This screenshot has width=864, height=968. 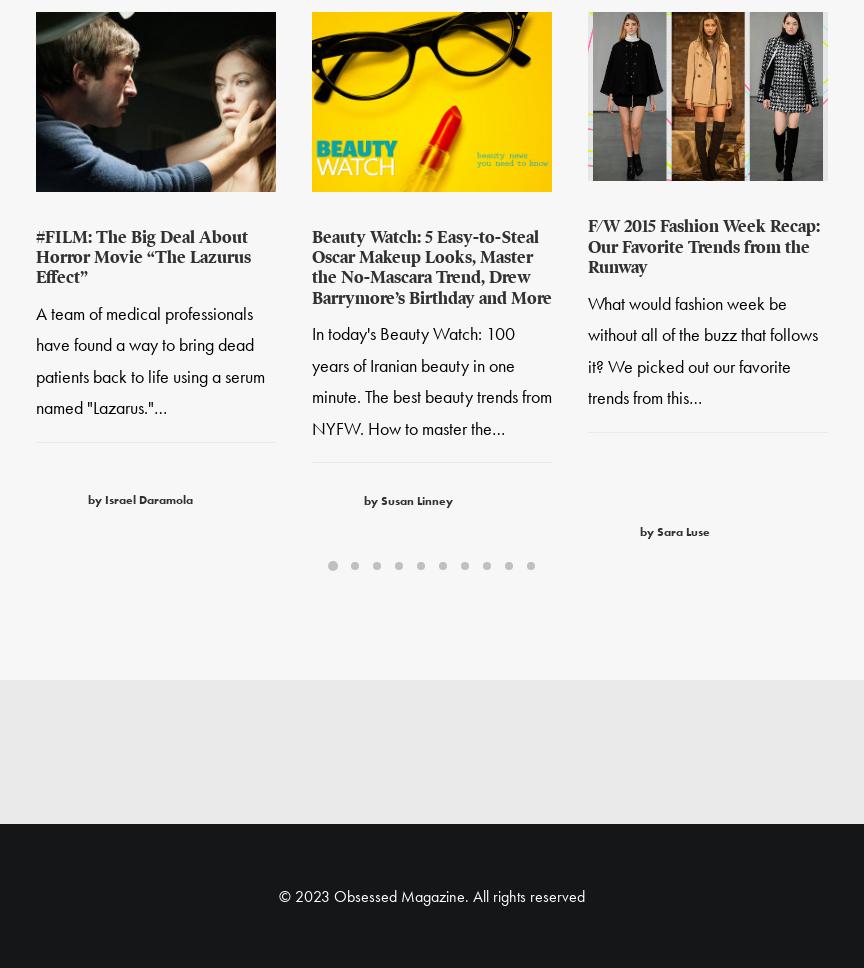 I want to click on 'In today's Beauty Watch: 100 years of Iranian beauty in one minute. The best beauty trends from NYFW. How to master the…', so click(x=432, y=382).